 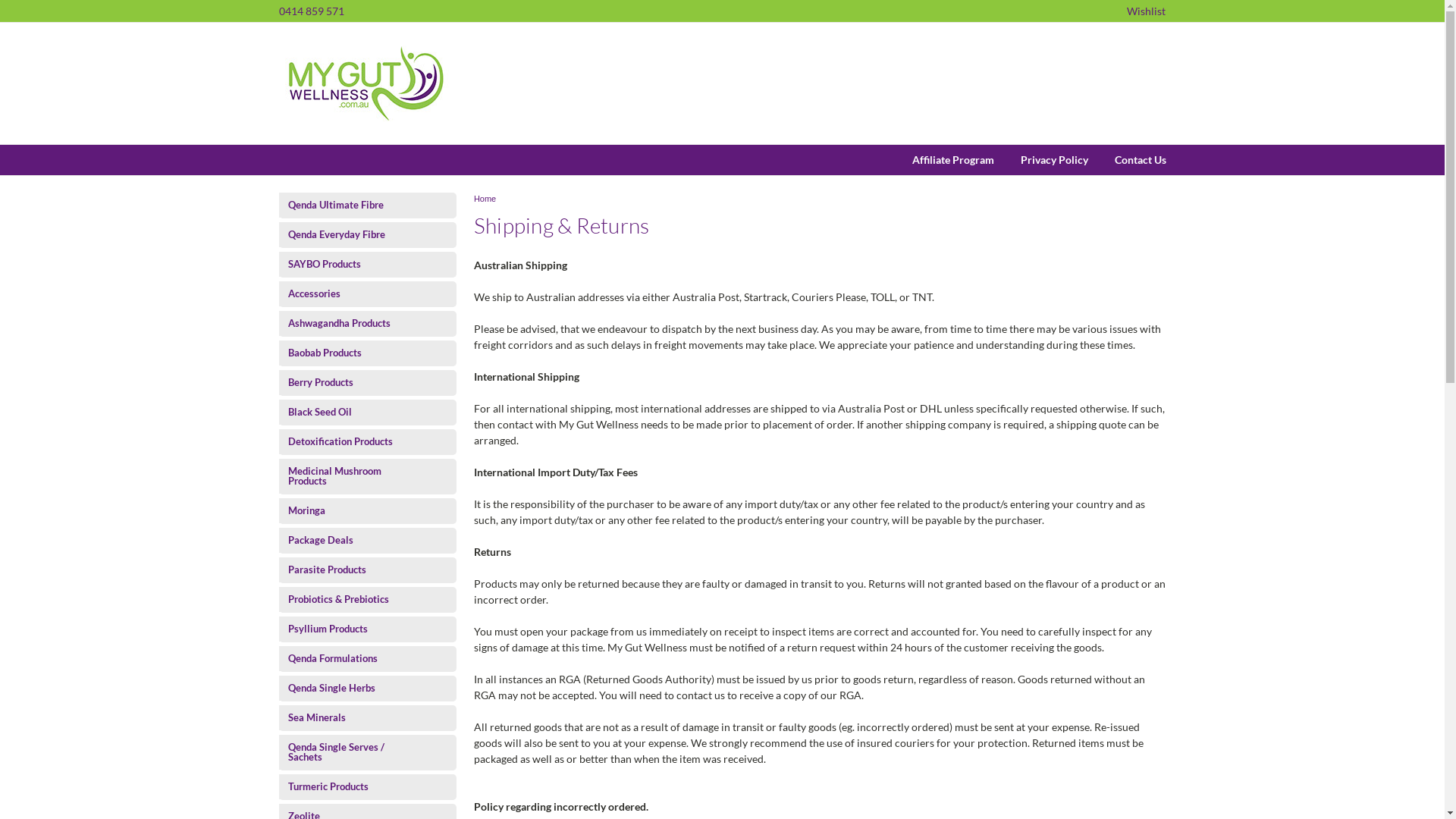 I want to click on 'Probiotics & Prebiotics', so click(x=353, y=598).